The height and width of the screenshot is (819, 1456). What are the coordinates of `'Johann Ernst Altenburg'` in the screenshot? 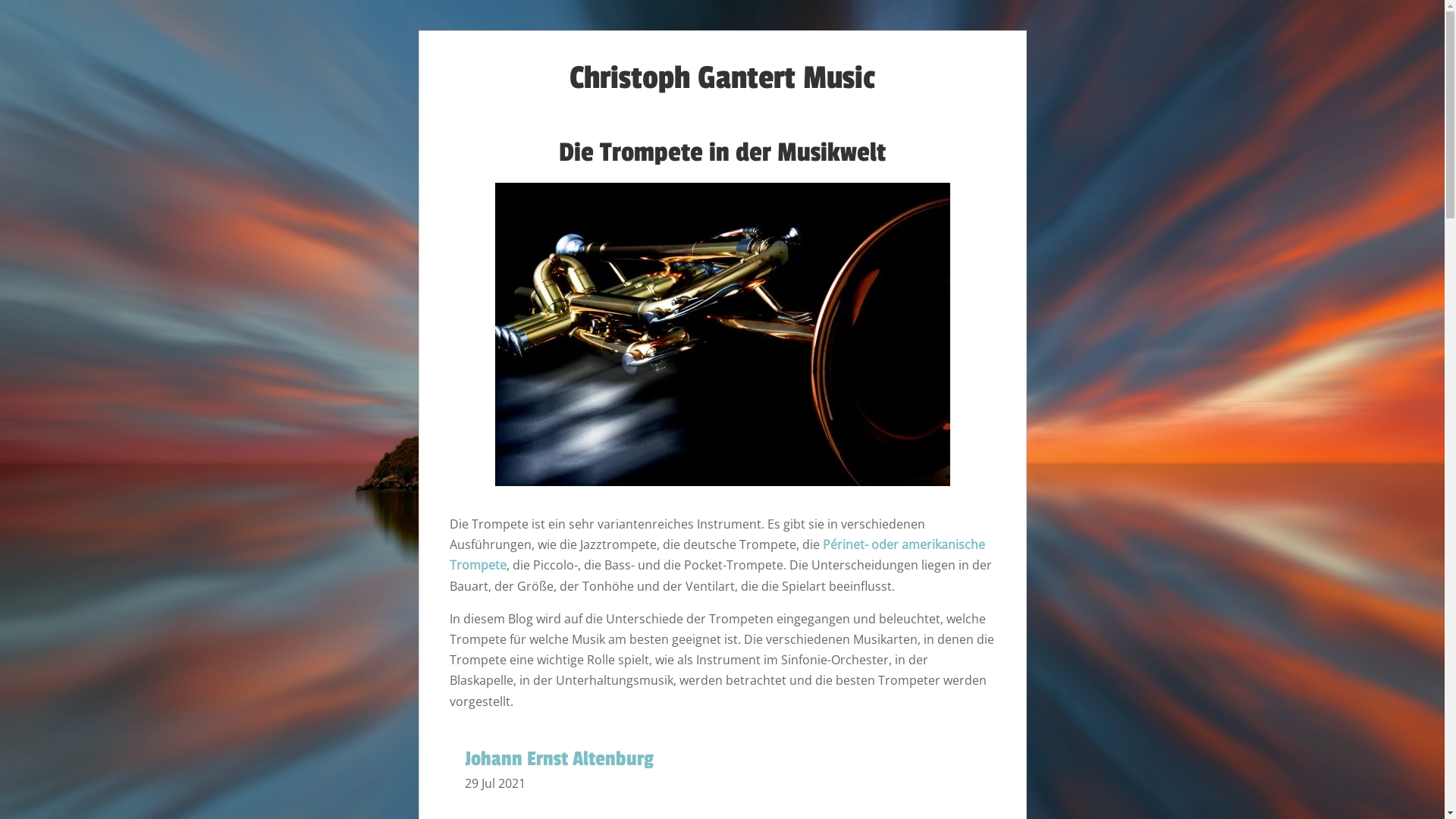 It's located at (557, 759).